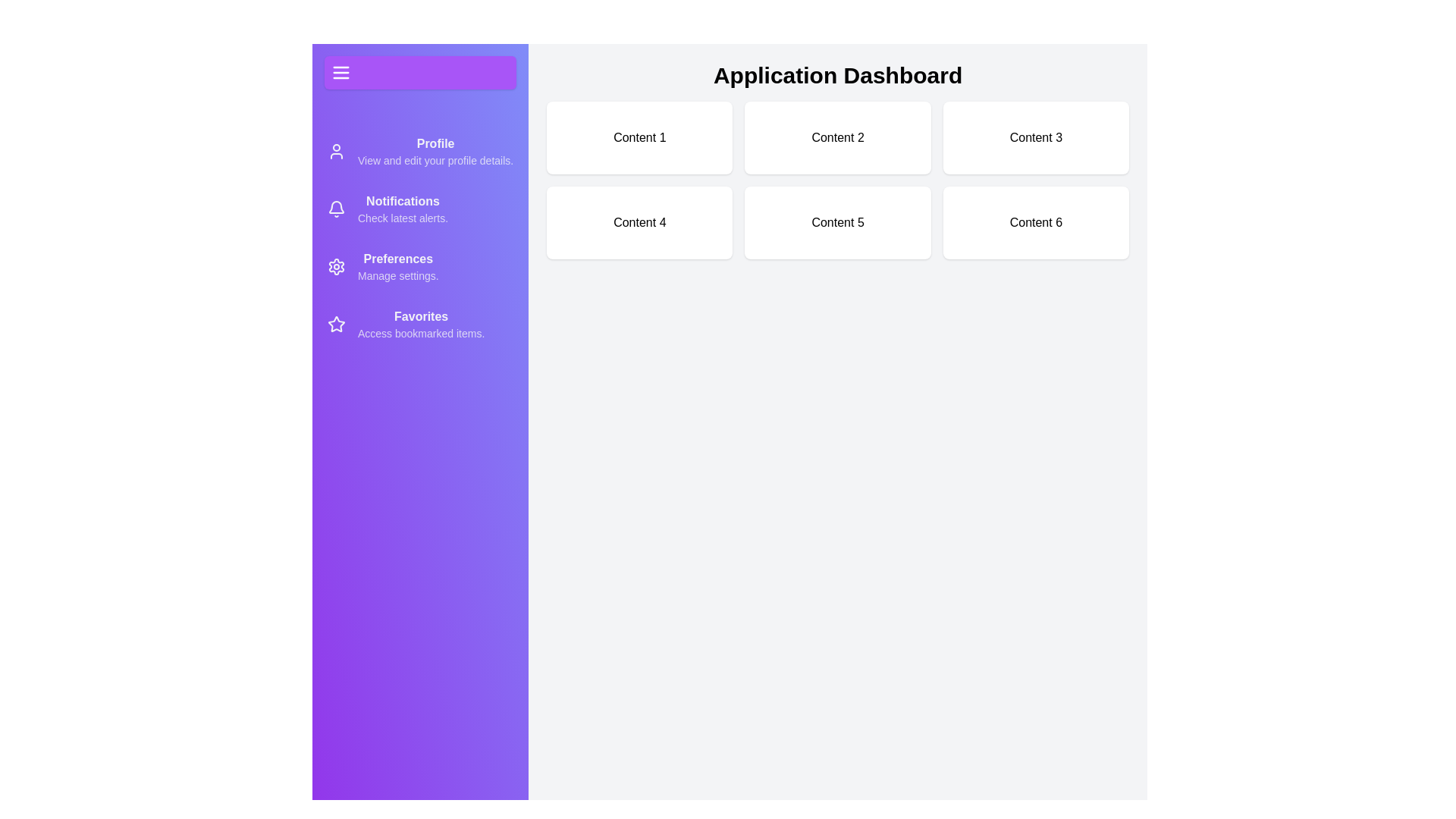  What do you see at coordinates (419, 265) in the screenshot?
I see `the menu item Preferences from the list` at bounding box center [419, 265].